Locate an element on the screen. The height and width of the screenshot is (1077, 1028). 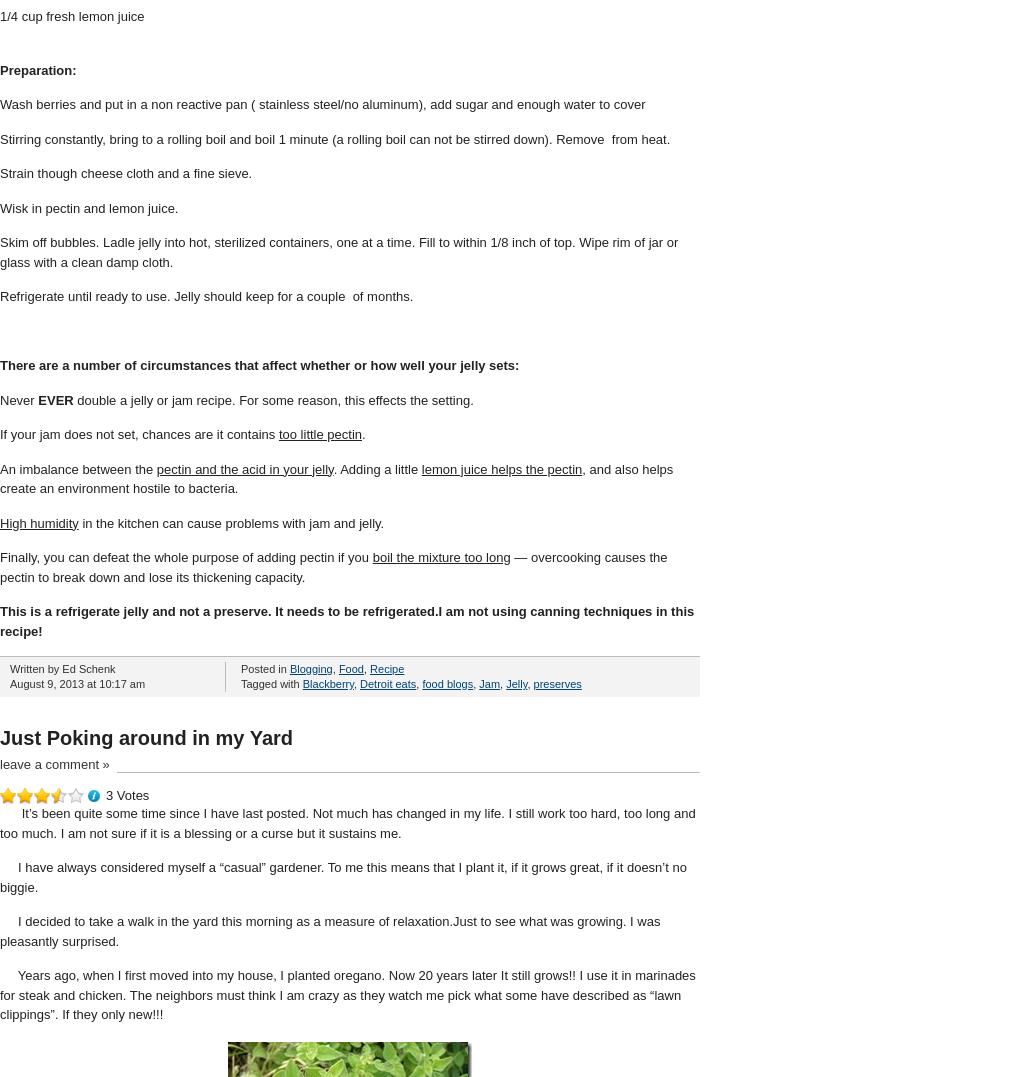
'lemon juice helps the pectin' is located at coordinates (500, 468).